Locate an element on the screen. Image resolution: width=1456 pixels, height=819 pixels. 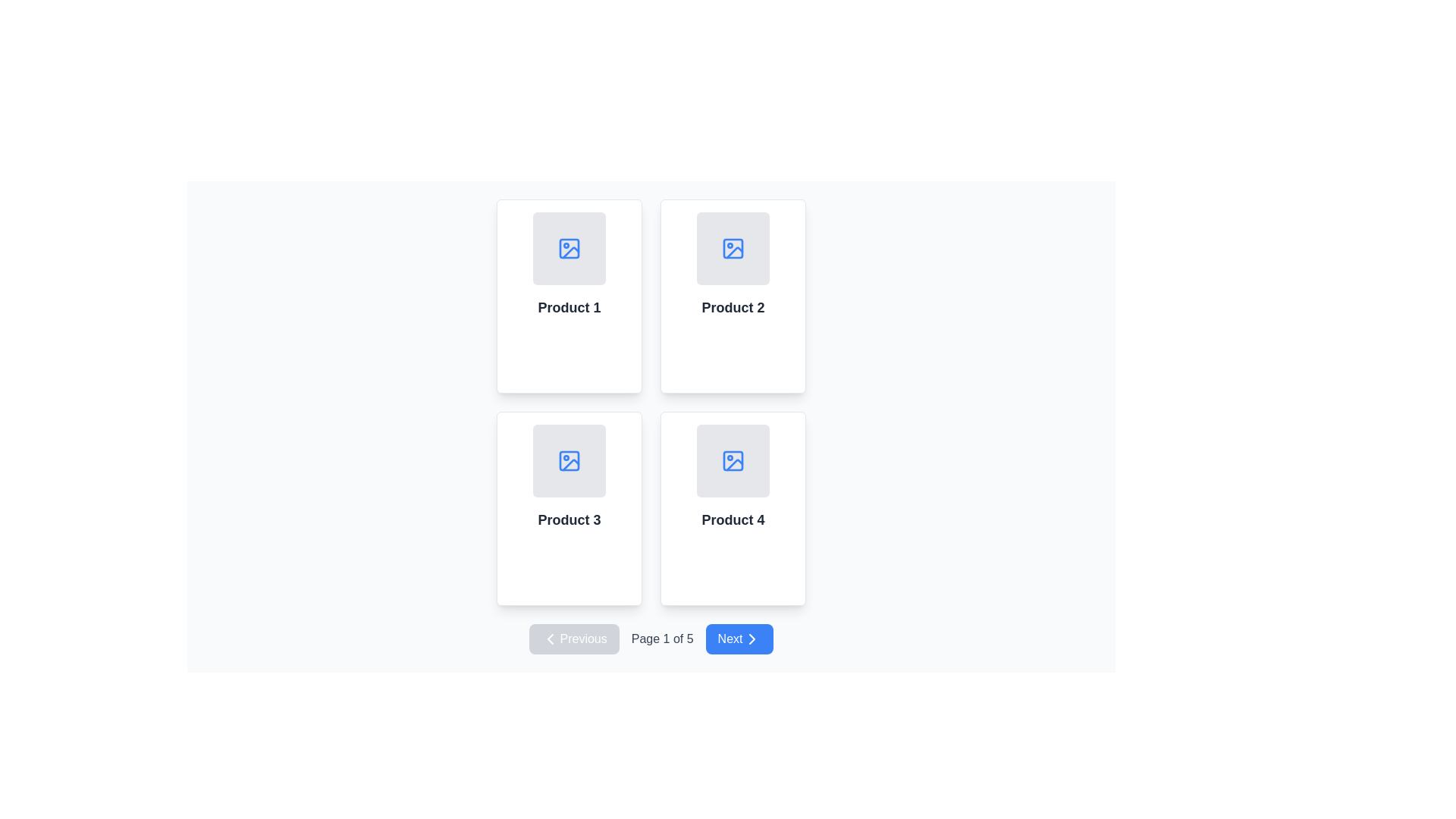
the button located at the bottom left corner of the interface, which navigates to the previous page, updating the displayed content is located at coordinates (573, 639).